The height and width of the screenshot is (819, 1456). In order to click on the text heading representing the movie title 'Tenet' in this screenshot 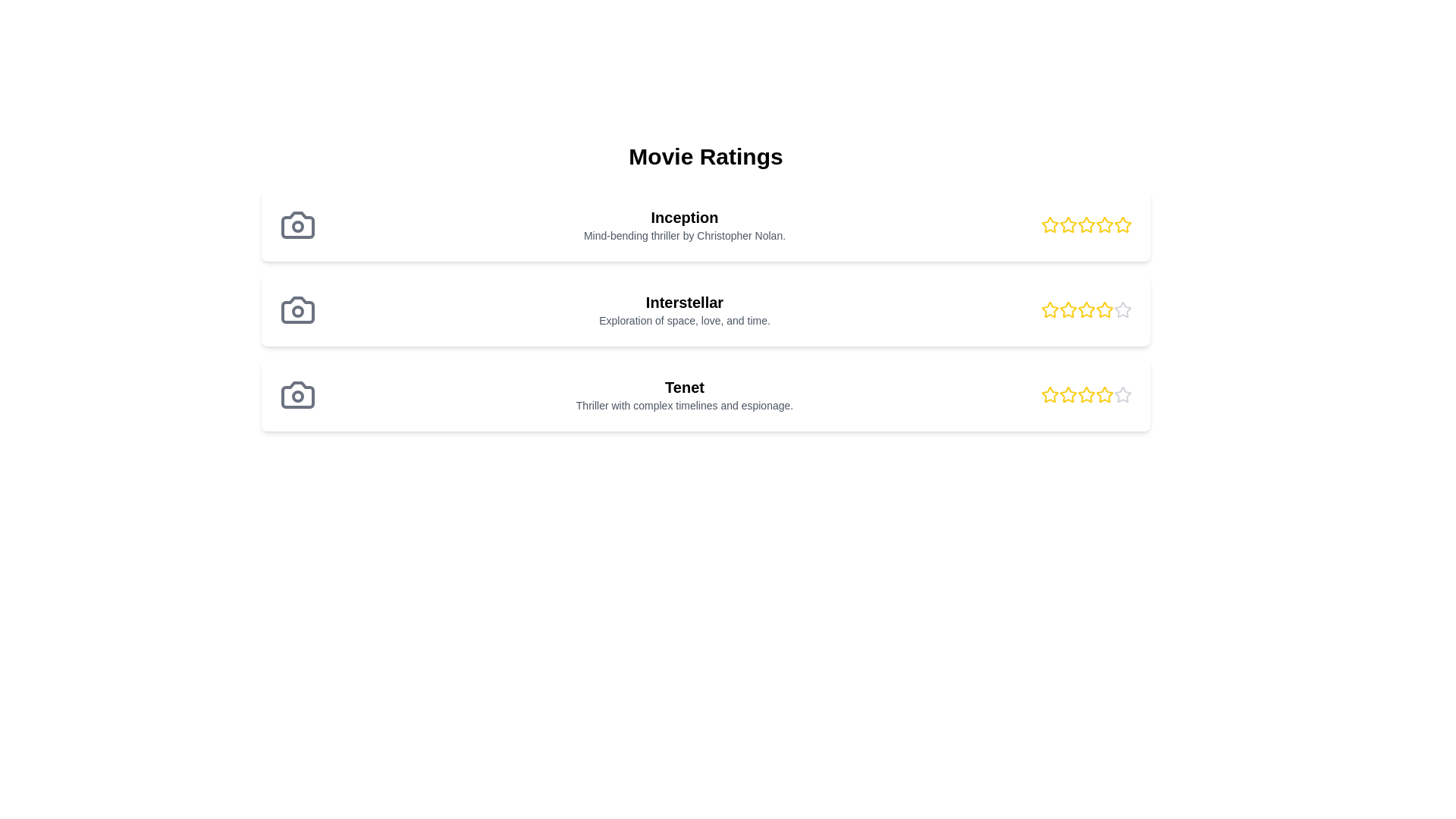, I will do `click(683, 386)`.